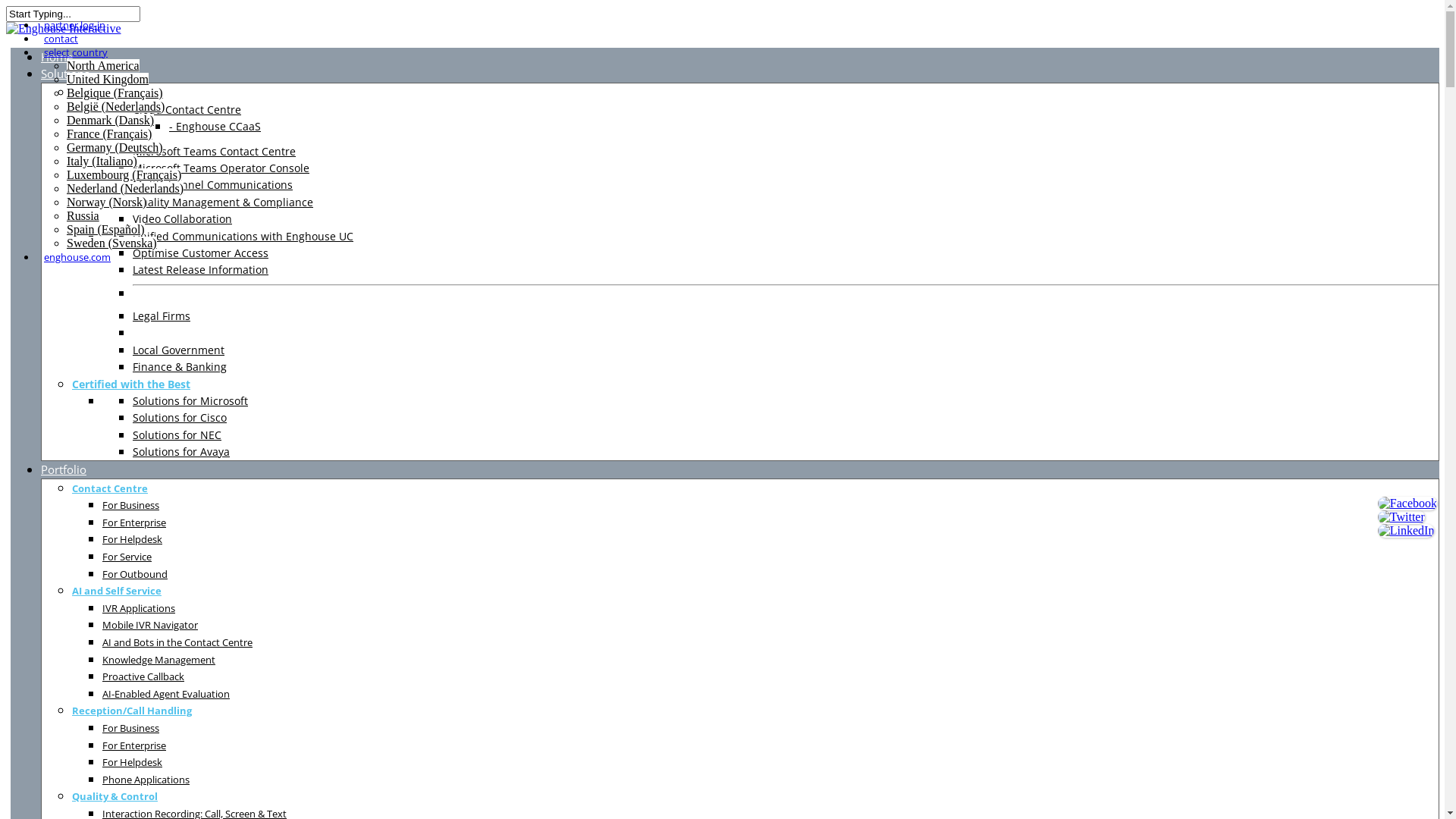 Image resolution: width=1456 pixels, height=819 pixels. Describe the element at coordinates (213, 151) in the screenshot. I see `'Microsoft Teams Contact Centre'` at that location.